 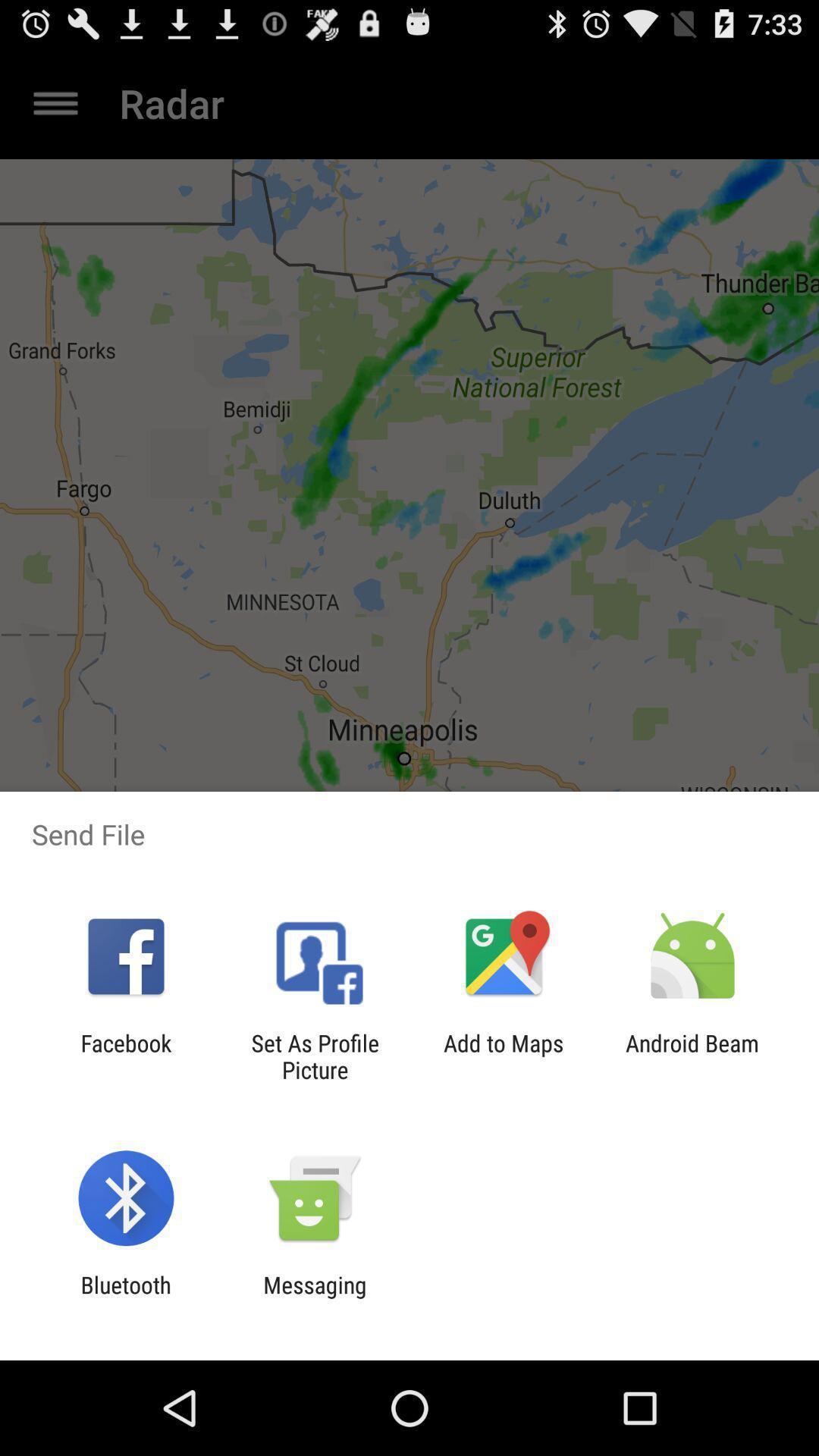 I want to click on item at the bottom right corner, so click(x=692, y=1056).